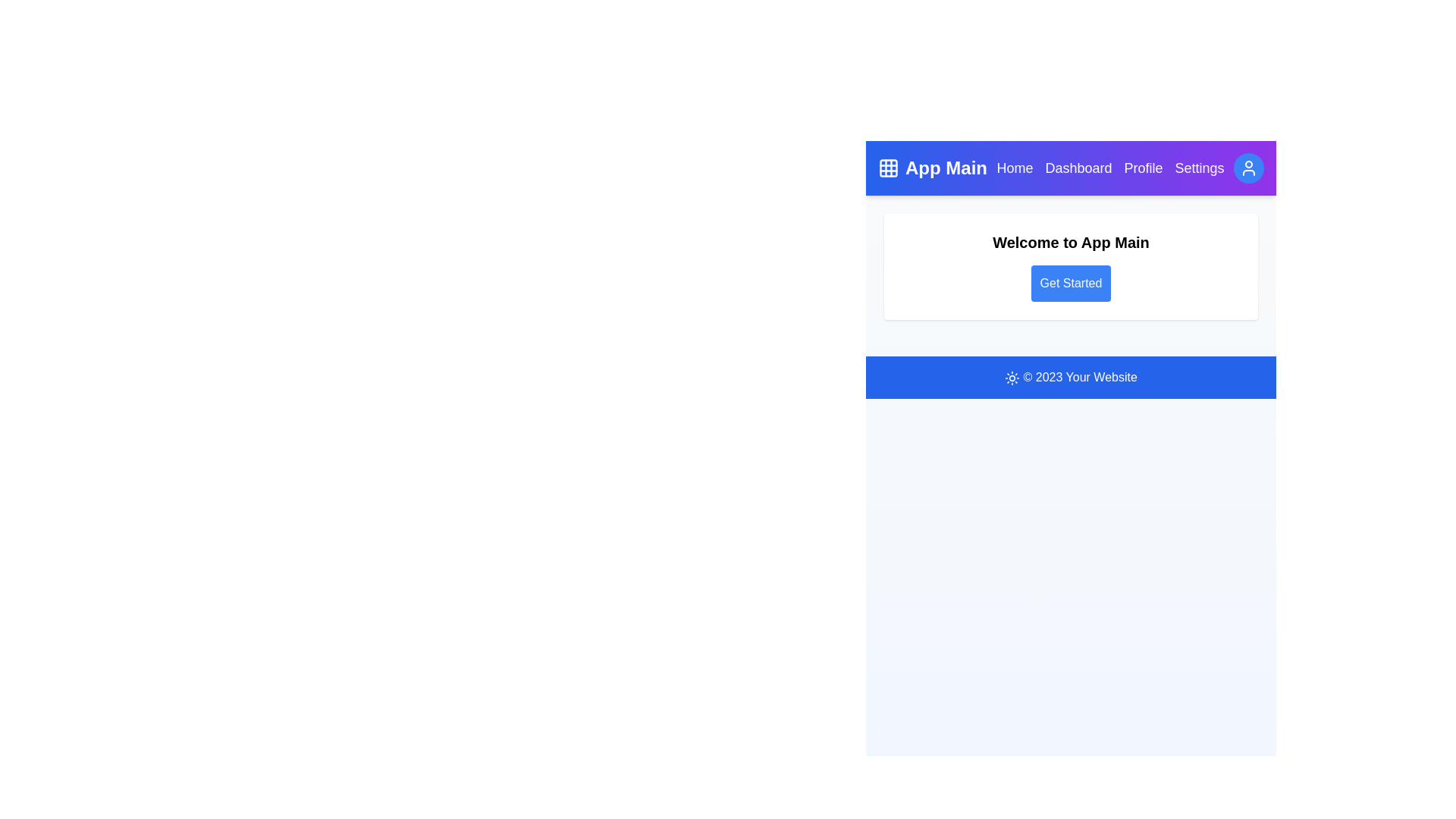  Describe the element at coordinates (1070, 284) in the screenshot. I see `the 'Get Started' button` at that location.